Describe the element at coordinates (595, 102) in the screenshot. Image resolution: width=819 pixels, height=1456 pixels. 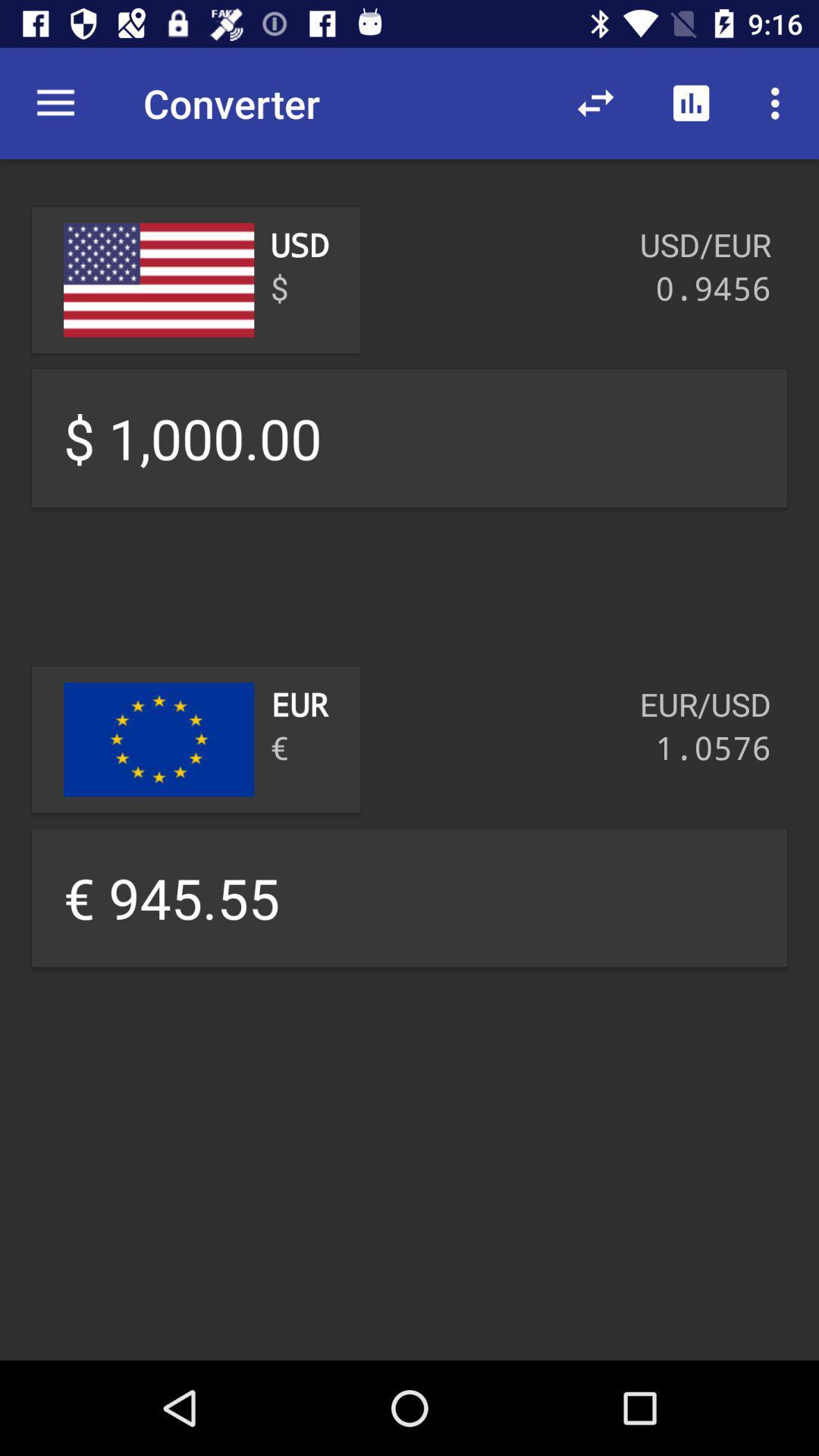
I see `the icon to the right of the converter icon` at that location.